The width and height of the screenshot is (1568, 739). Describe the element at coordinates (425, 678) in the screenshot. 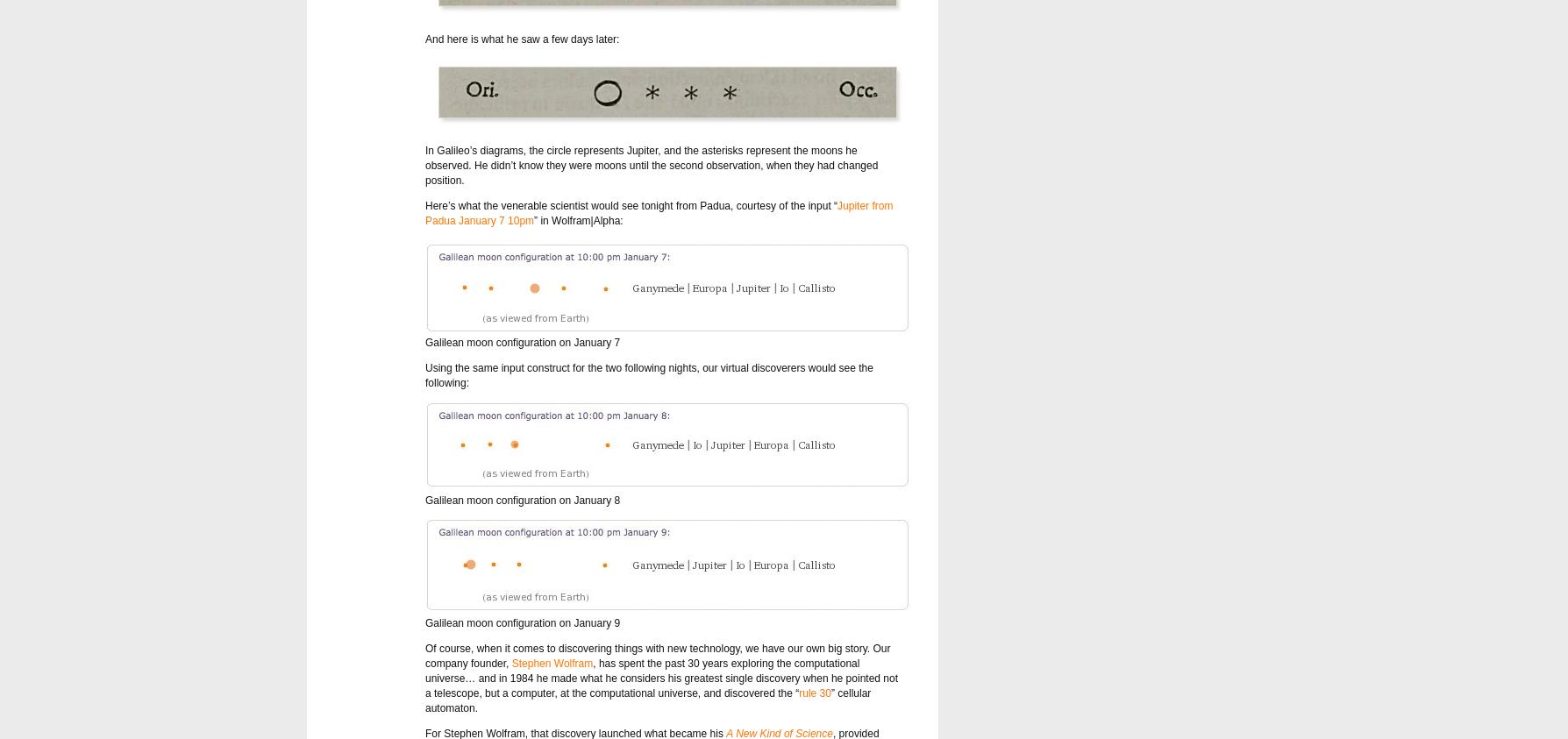

I see `', has spent the past 30 years exploring the computational universe… and in 1984 he made what he considers his greatest single discovery when he pointed not a telescope, but a computer, at the computational universe, and discovered the “'` at that location.